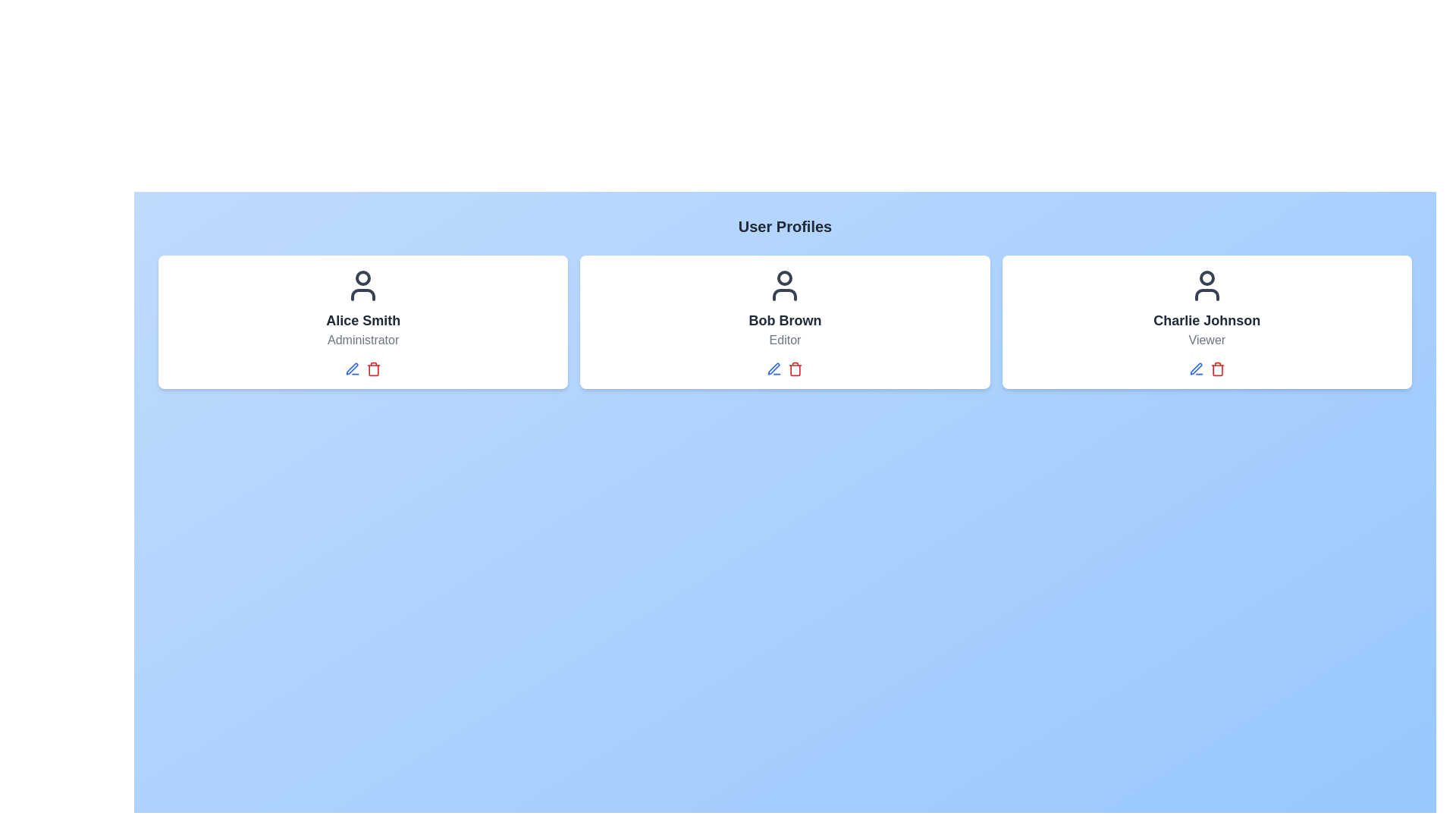  What do you see at coordinates (1206, 320) in the screenshot?
I see `text label that displays the name of the person associated with the card, located in the rightmost card below the user icon and above the subtitle 'Viewer'` at bounding box center [1206, 320].